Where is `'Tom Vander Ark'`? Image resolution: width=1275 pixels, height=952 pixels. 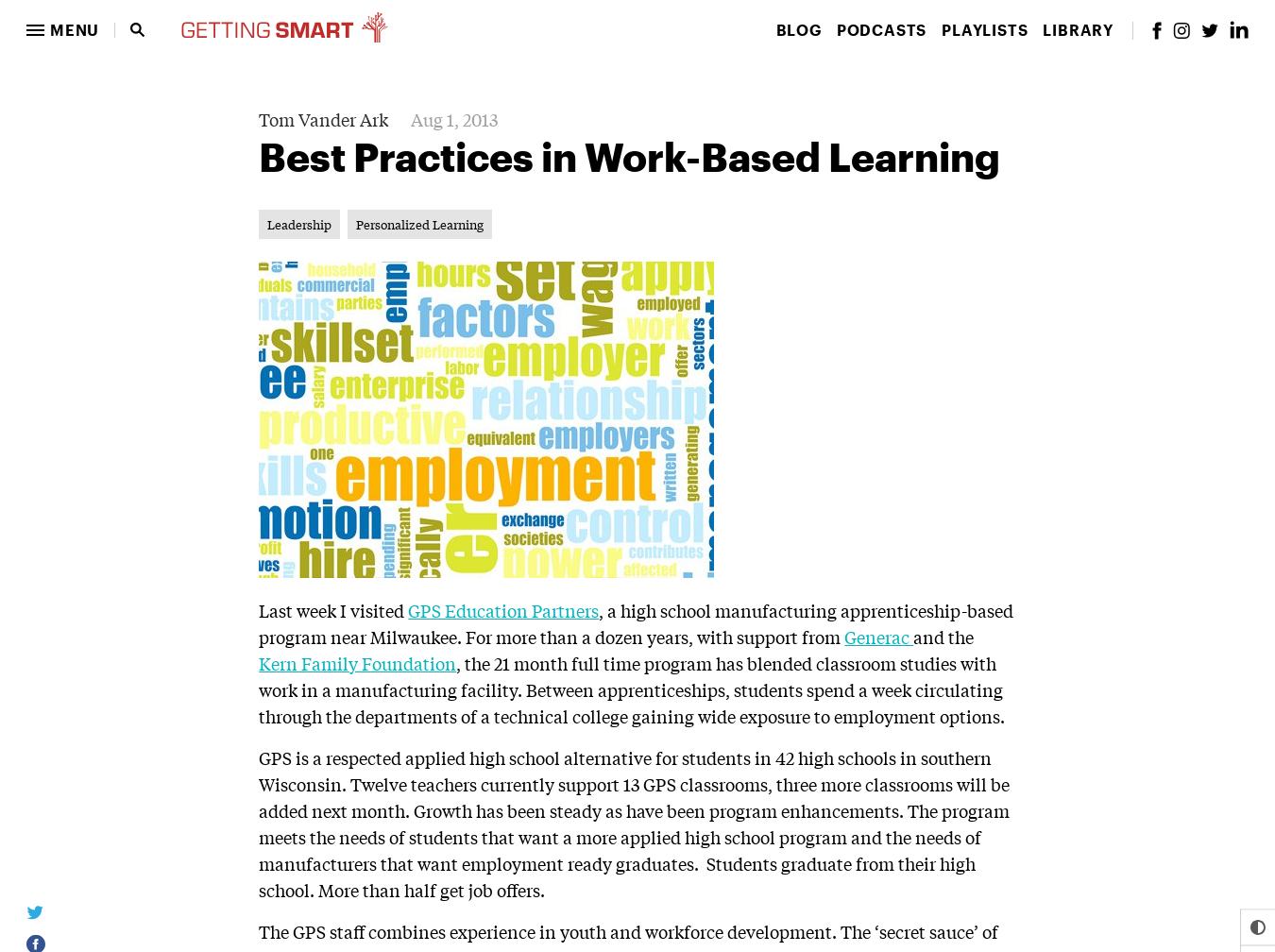 'Tom Vander Ark' is located at coordinates (323, 119).